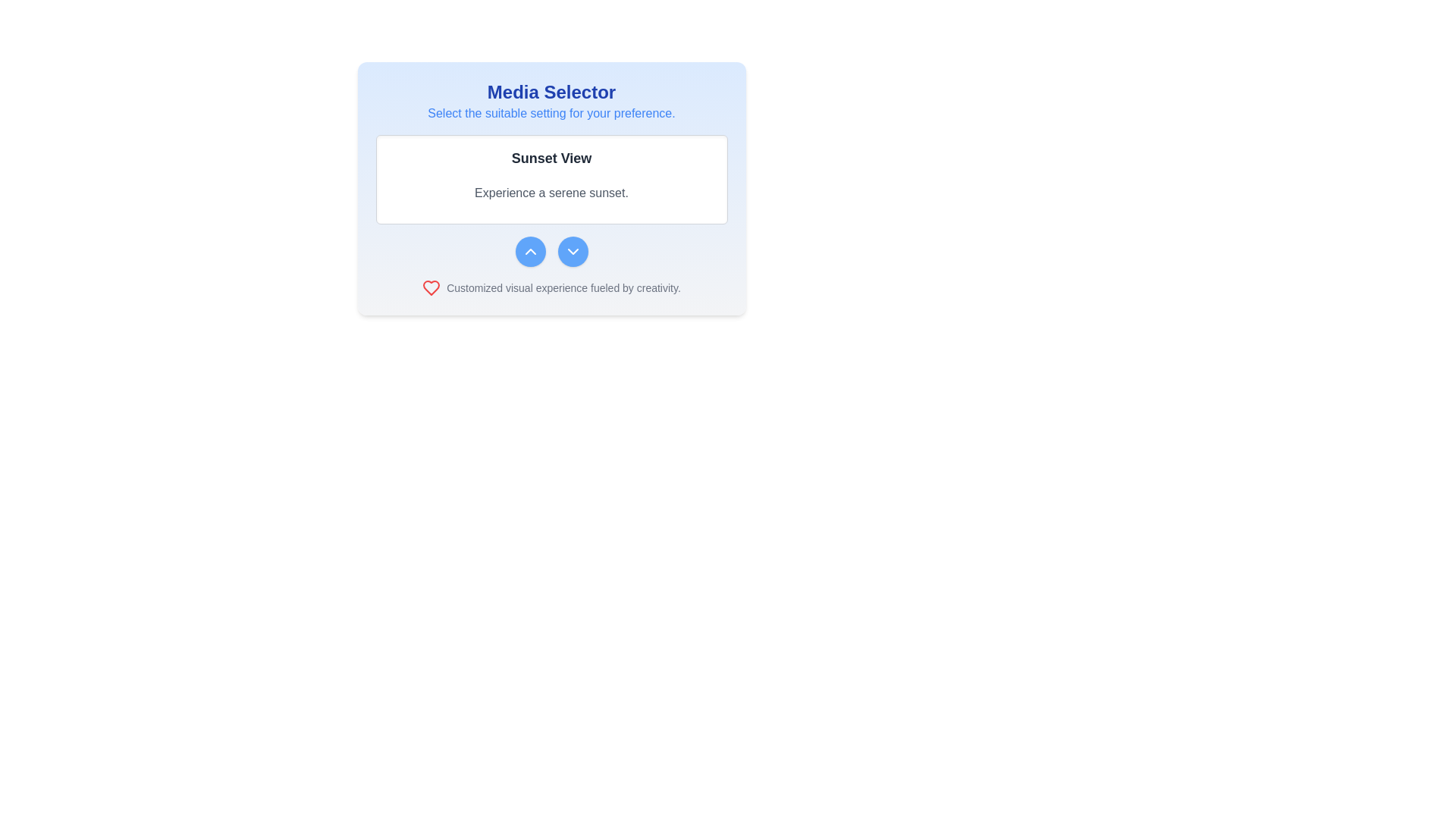  I want to click on the static text element that reads 'Customized visual experience fueled by creativity.' which is styled in a small gray font and positioned below the heart-shaped icon, so click(563, 288).